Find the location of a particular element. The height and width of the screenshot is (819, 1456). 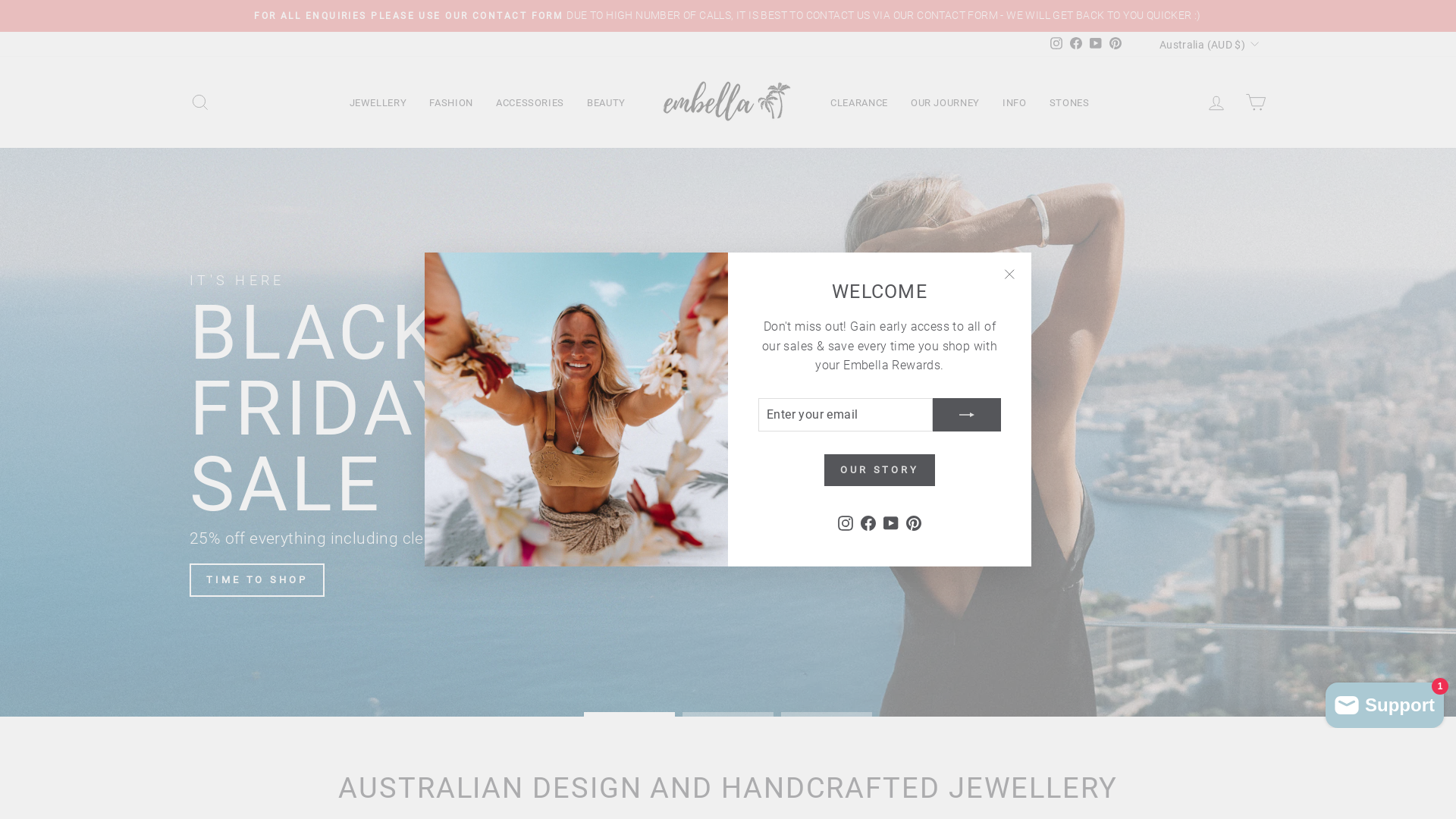

'Facebook' is located at coordinates (1075, 43).